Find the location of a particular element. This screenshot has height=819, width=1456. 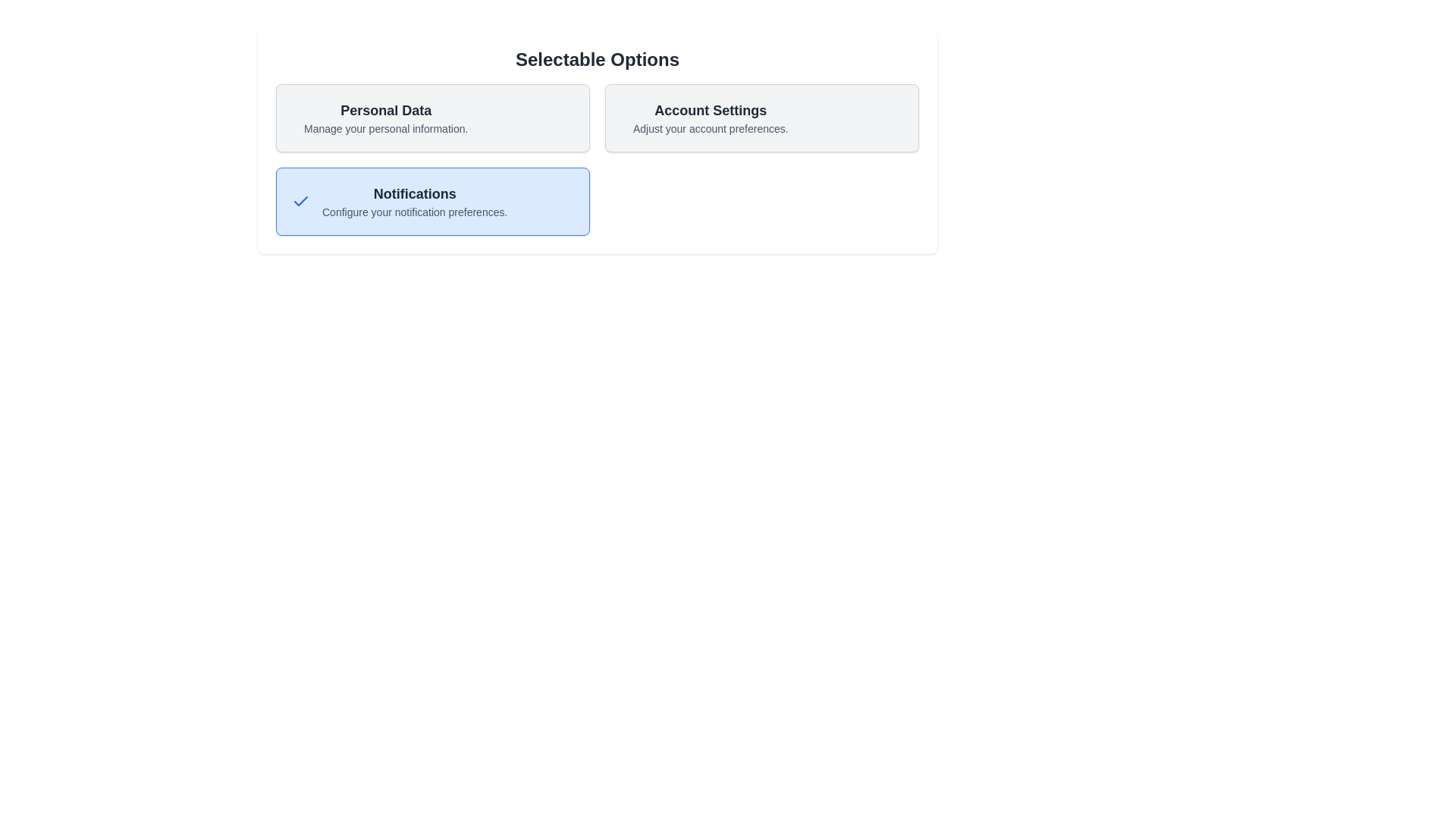

the first selectable card in the upper-left section of the grid layout is located at coordinates (432, 117).